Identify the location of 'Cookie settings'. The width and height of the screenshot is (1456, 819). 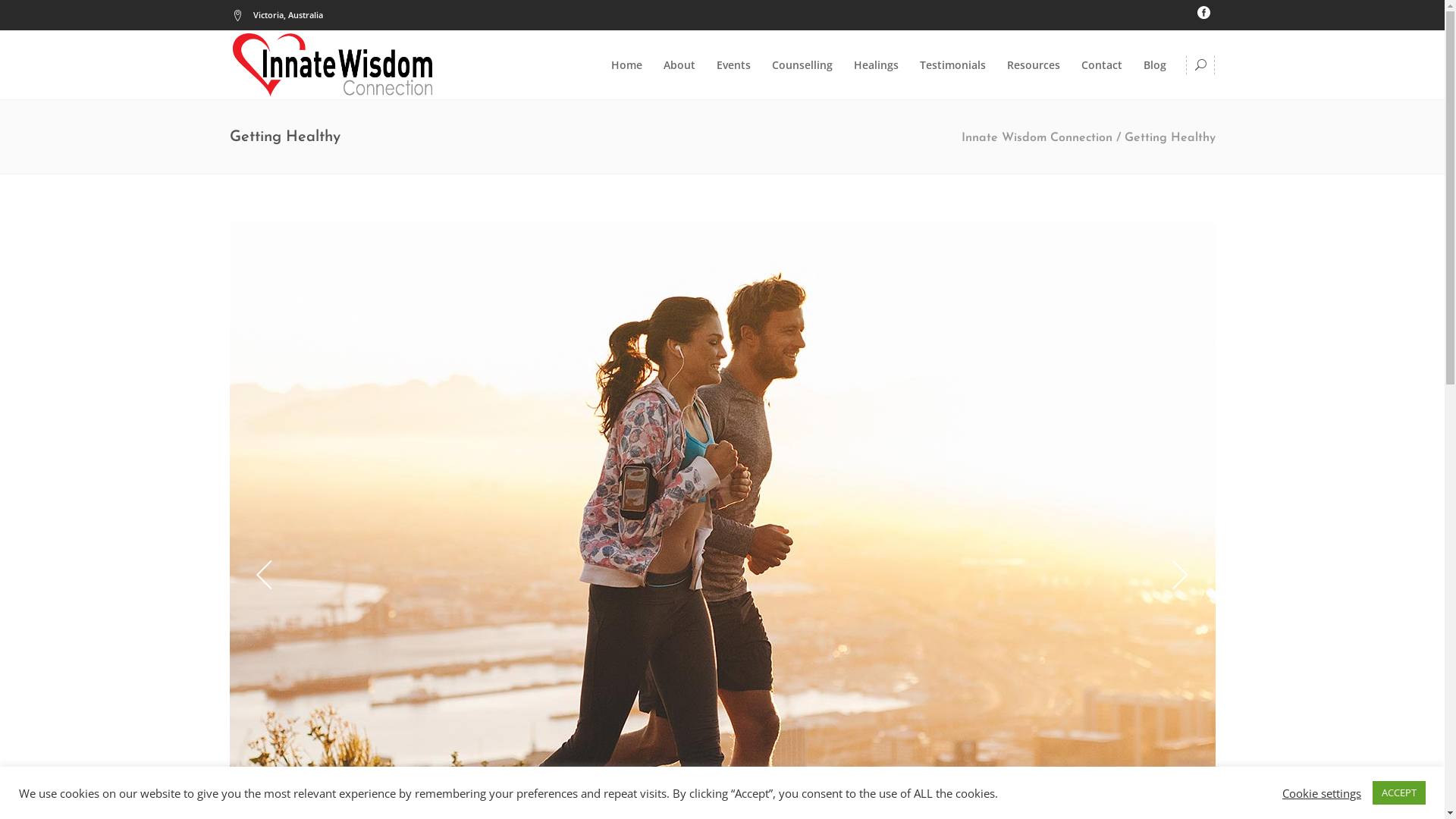
(1281, 792).